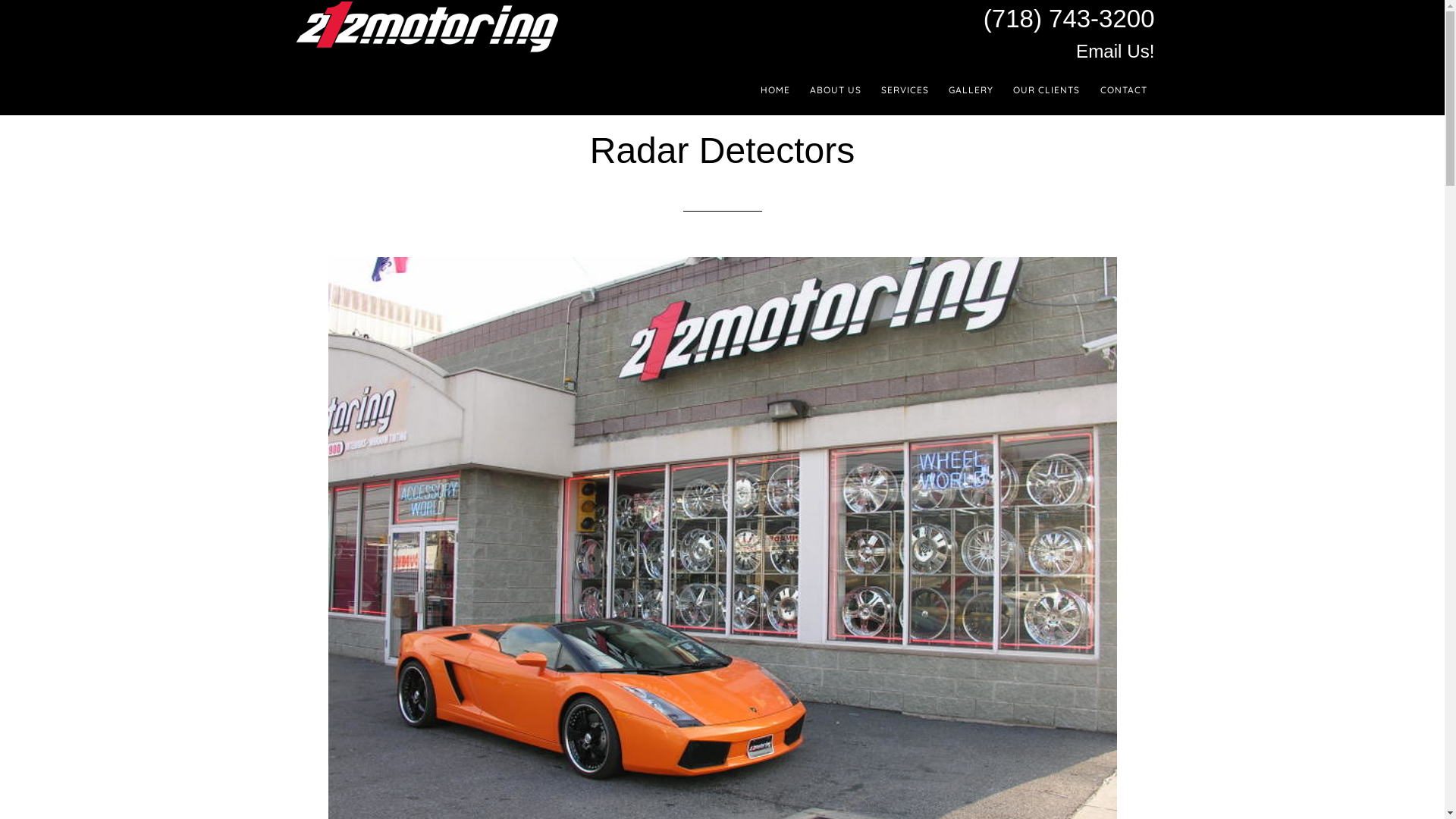  I want to click on 'HOME', so click(753, 90).